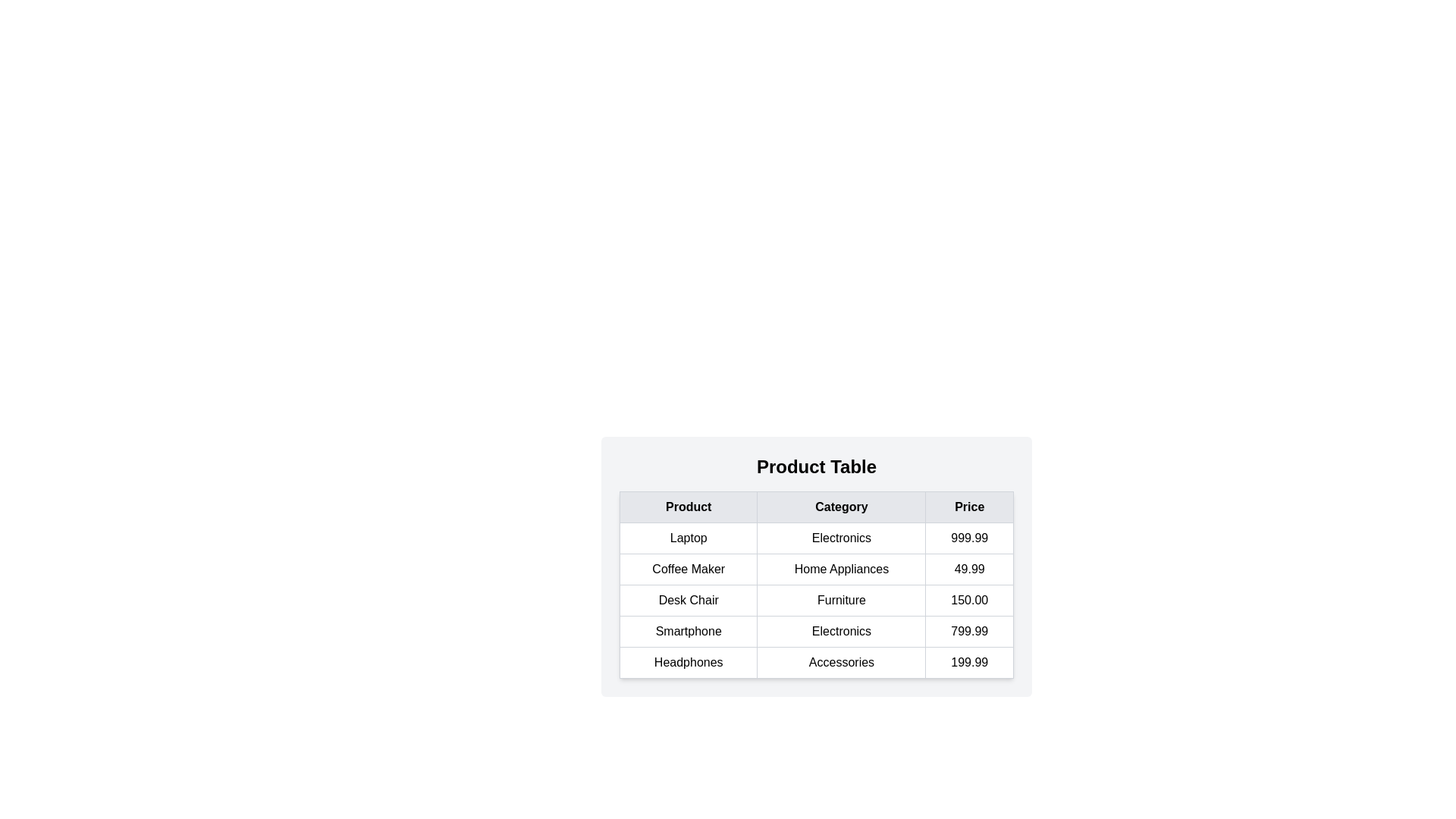  Describe the element at coordinates (840, 662) in the screenshot. I see `the 'Accessories' text label, which is the second item in the row containing 'Headphones', 'Accessories', and '199.99'` at that location.